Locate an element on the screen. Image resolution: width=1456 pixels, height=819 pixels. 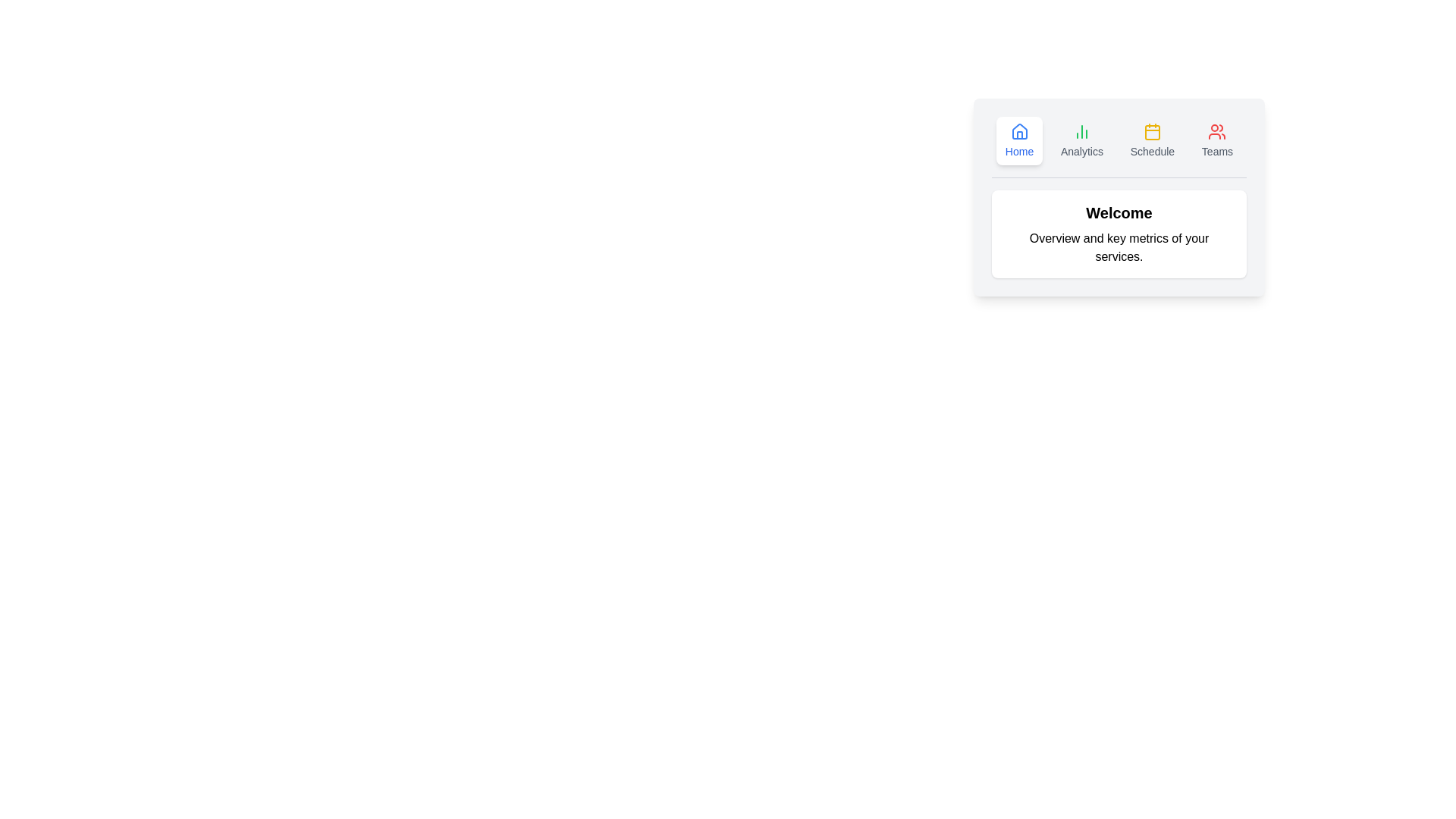
text label that indicates a button for navigating to the 'Teams' page, located in the top-right corner of a panel below a user groups icon is located at coordinates (1217, 152).